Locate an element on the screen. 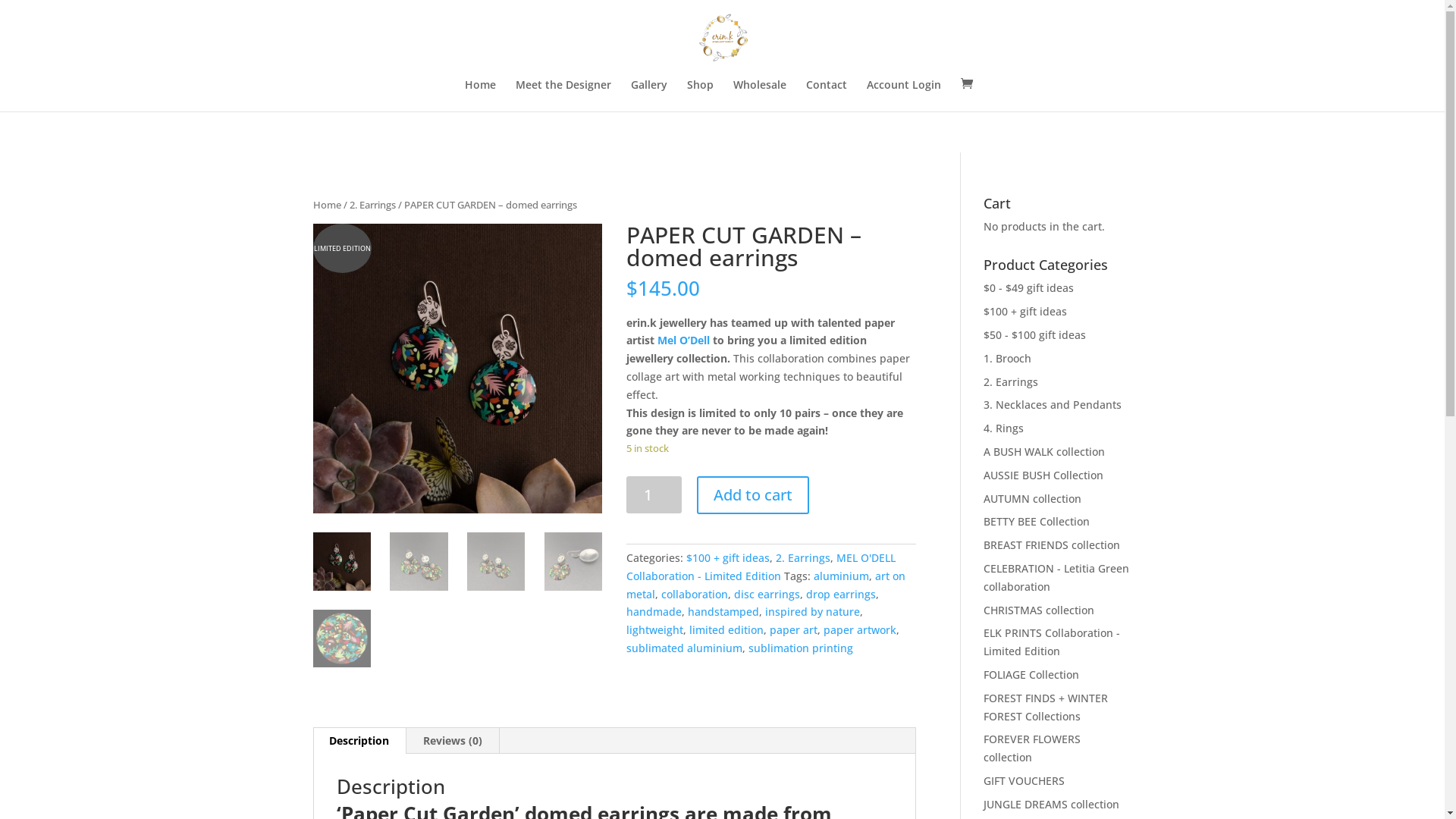 The image size is (1456, 819). '$100 + gift ideas' is located at coordinates (983, 310).